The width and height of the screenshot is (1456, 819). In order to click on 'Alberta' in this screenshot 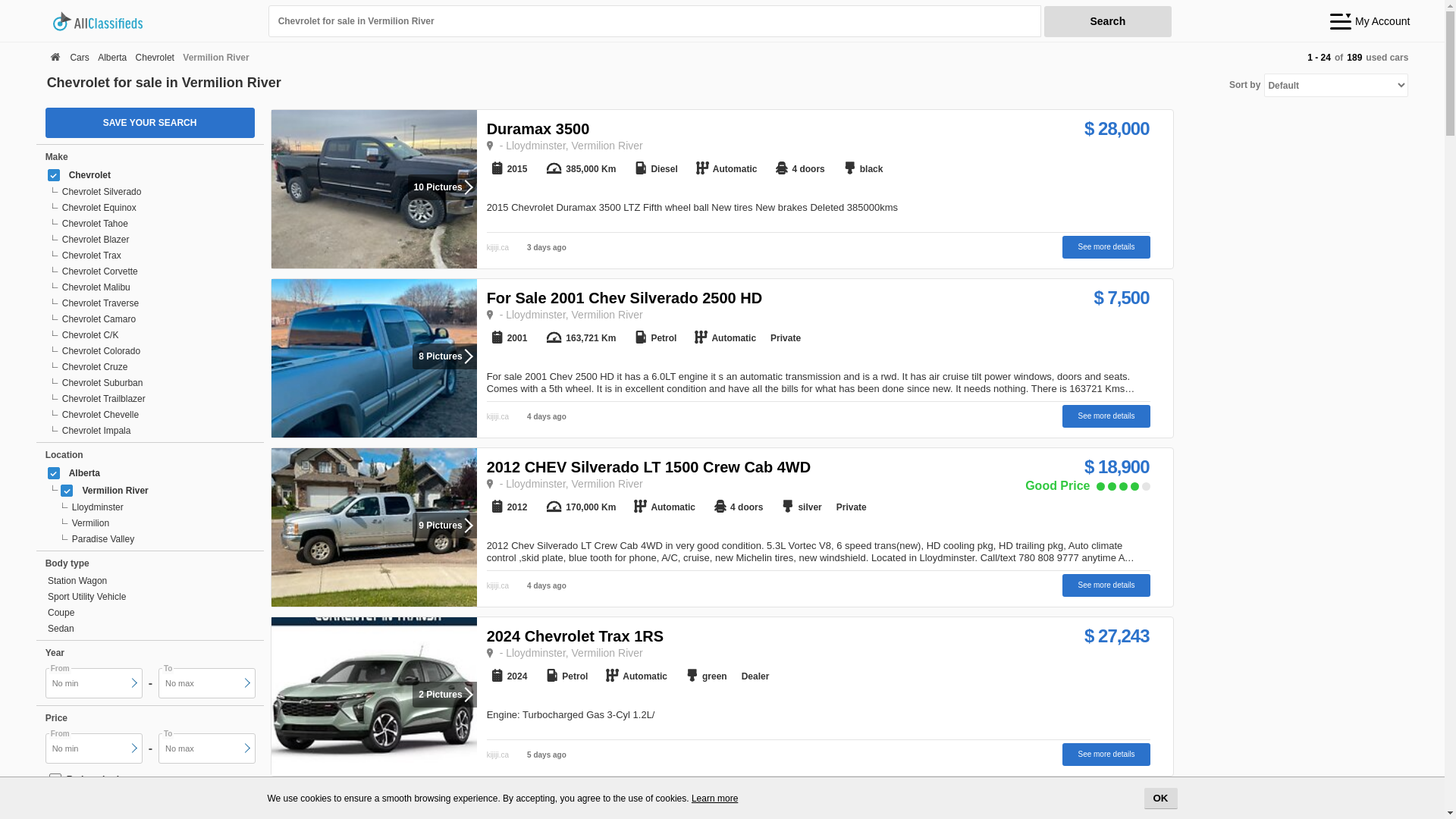, I will do `click(111, 57)`.